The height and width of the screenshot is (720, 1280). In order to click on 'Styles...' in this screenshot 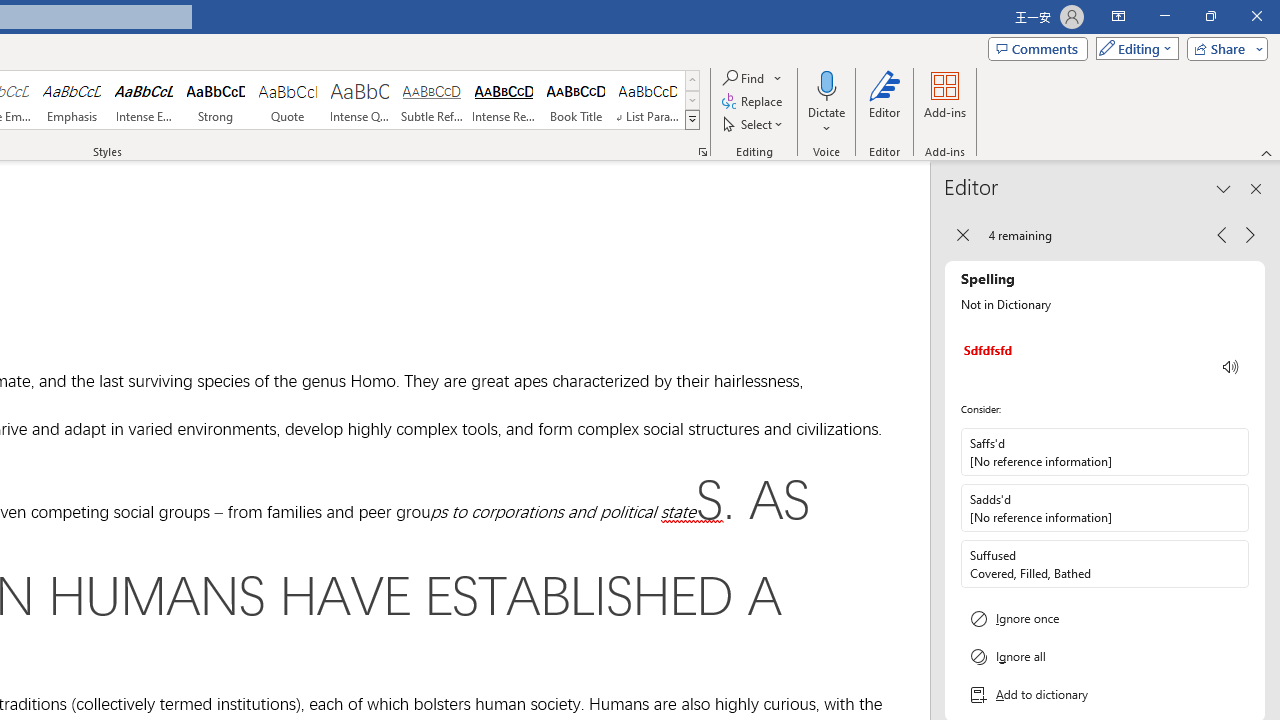, I will do `click(702, 150)`.